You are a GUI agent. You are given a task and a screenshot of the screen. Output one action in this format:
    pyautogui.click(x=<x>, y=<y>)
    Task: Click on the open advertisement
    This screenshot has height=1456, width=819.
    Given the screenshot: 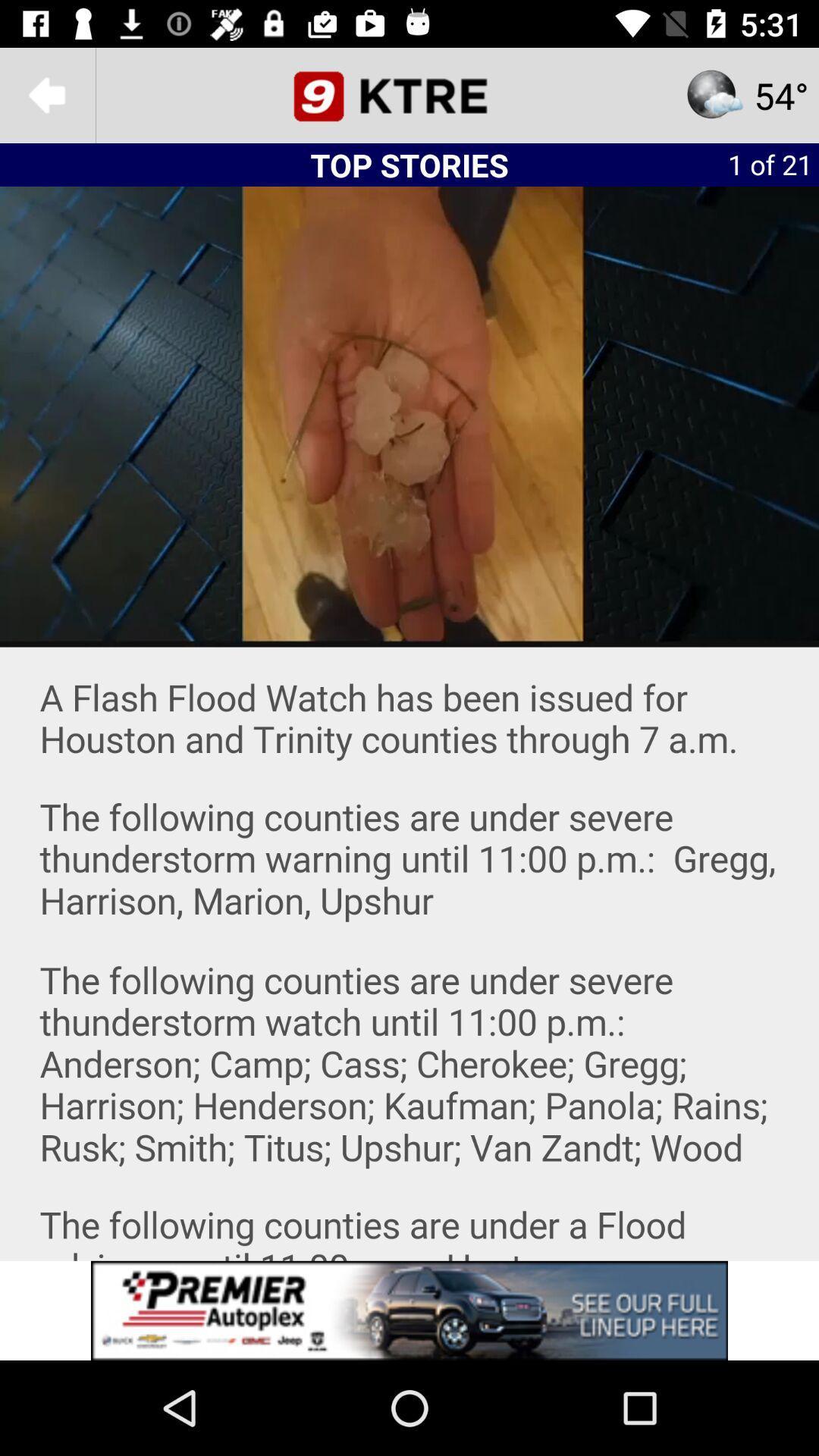 What is the action you would take?
    pyautogui.click(x=409, y=1310)
    